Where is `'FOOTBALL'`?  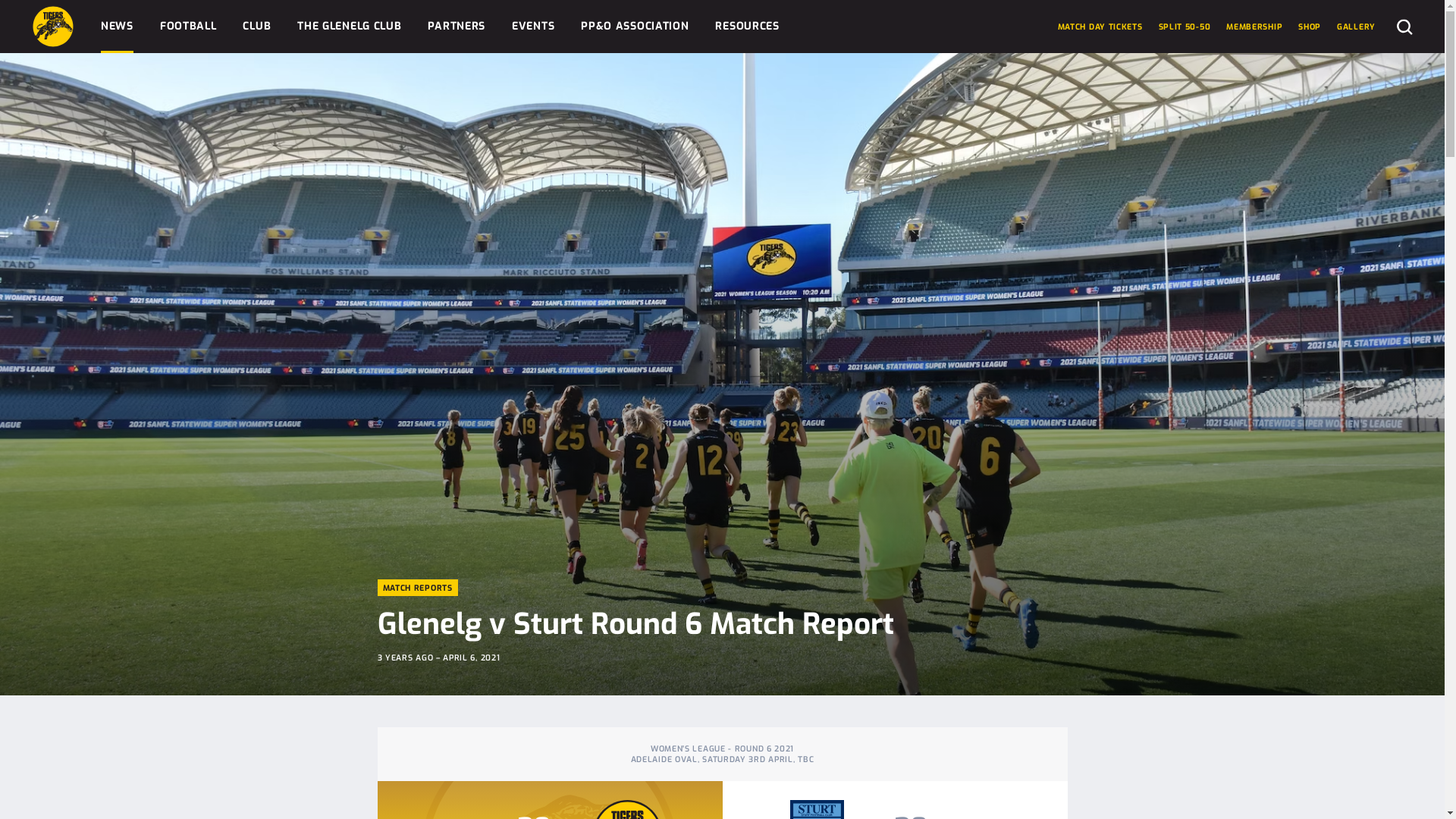 'FOOTBALL' is located at coordinates (187, 26).